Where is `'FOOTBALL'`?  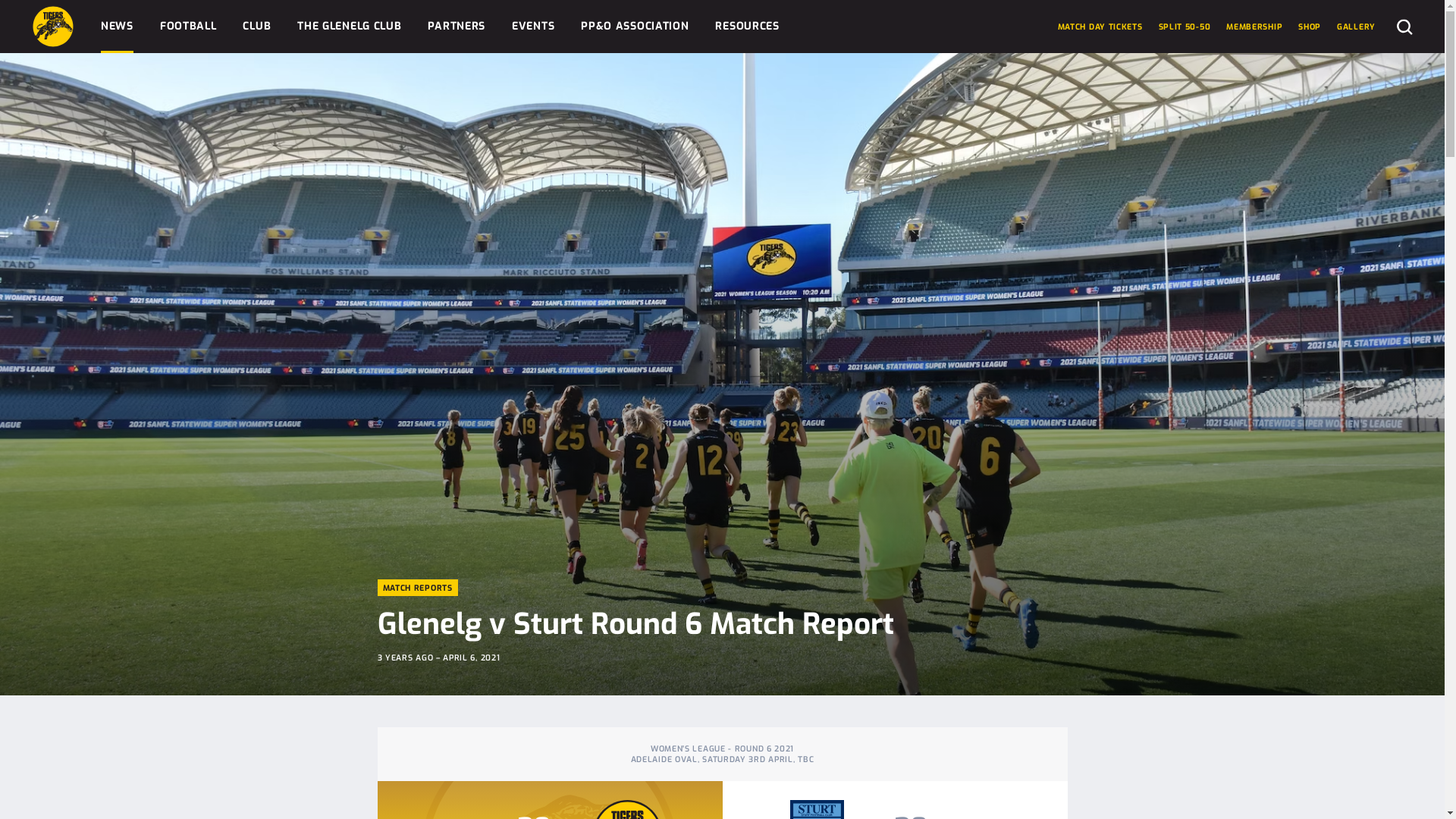 'FOOTBALL' is located at coordinates (187, 26).